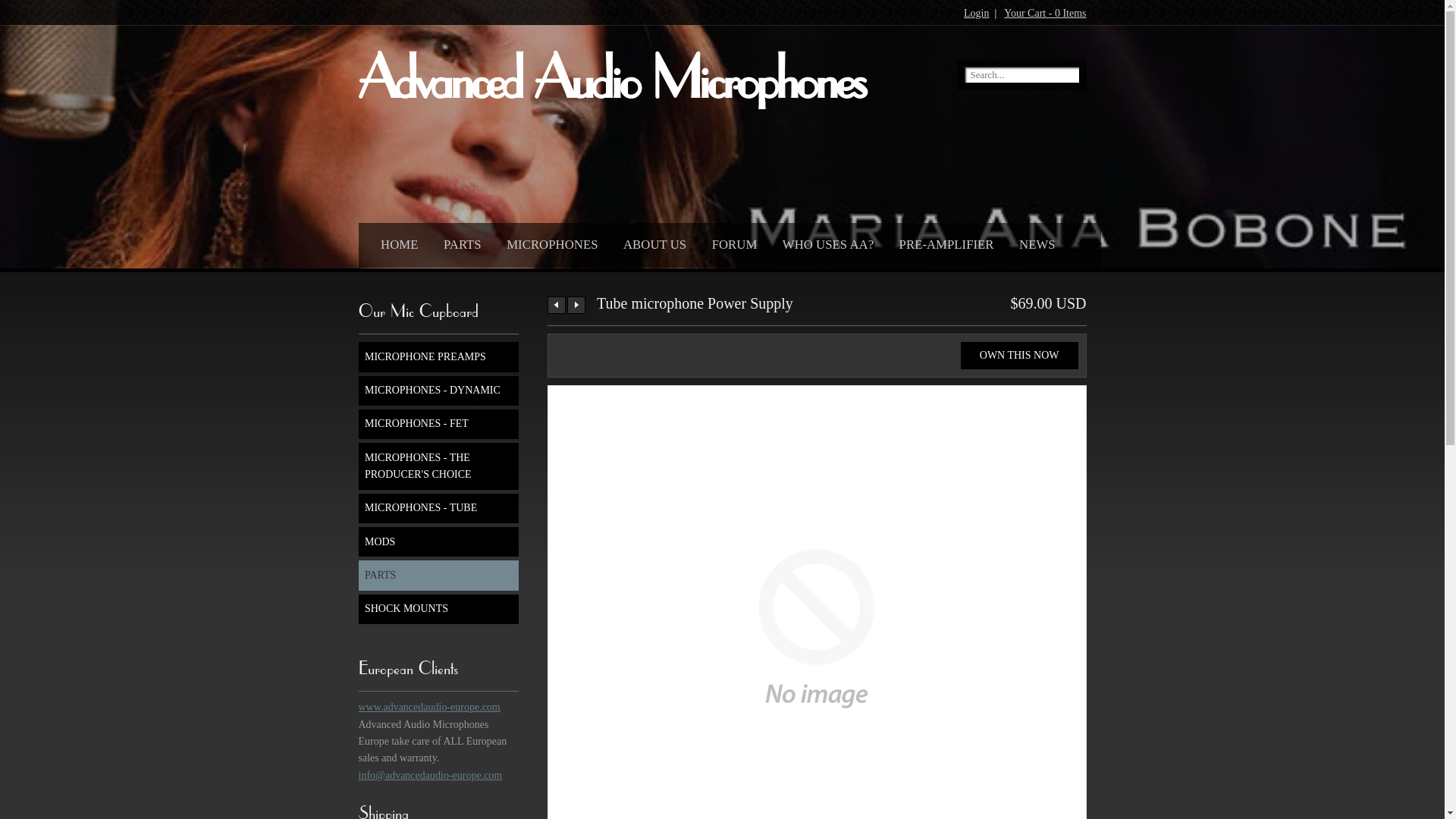 This screenshot has width=1456, height=819. Describe the element at coordinates (437, 390) in the screenshot. I see `'MICROPHONES - DYNAMIC'` at that location.